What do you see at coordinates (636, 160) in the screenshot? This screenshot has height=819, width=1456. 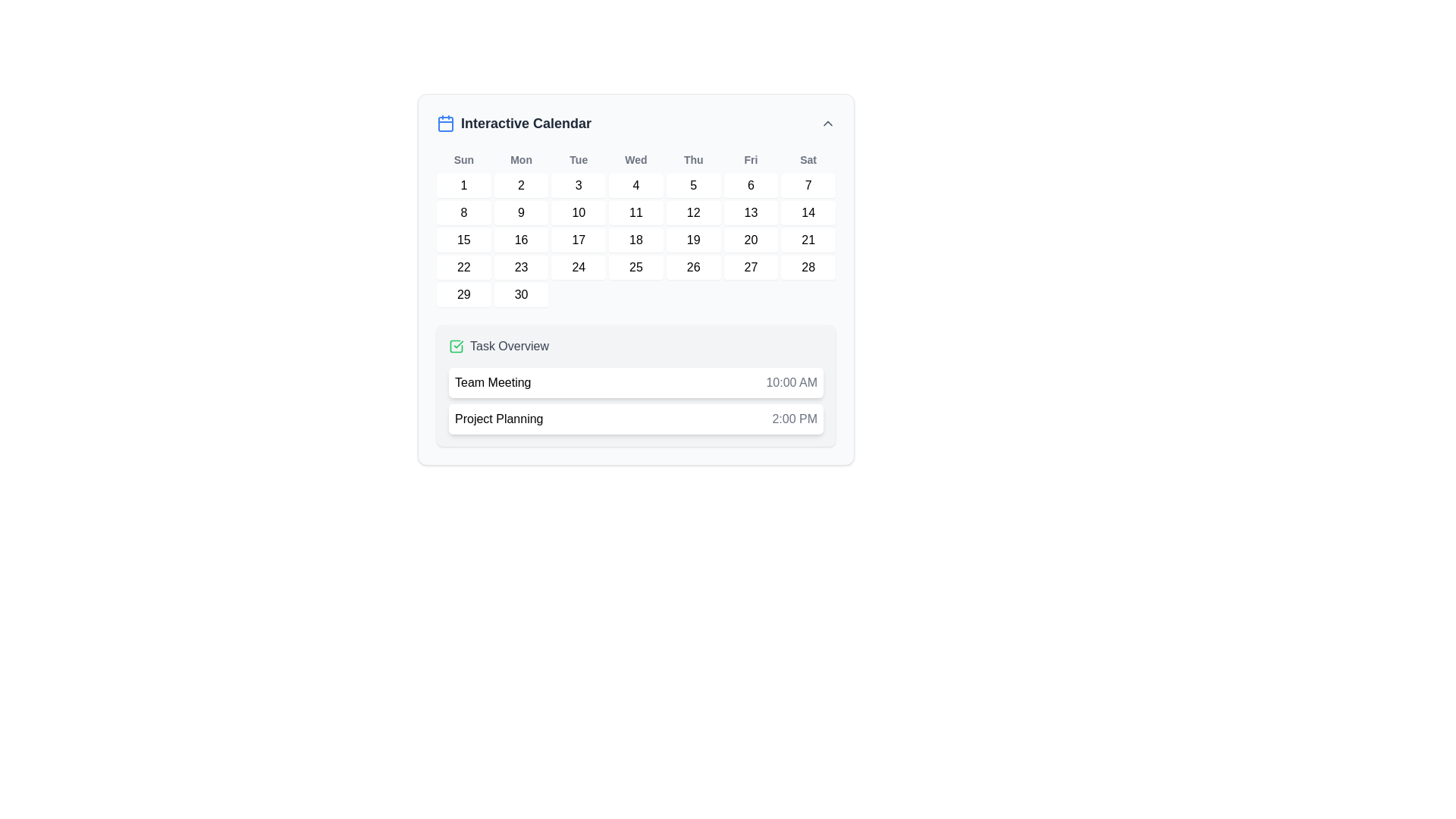 I see `the Text label row that serves as the header for the calendar grid, located below the title 'Interactive Calendar.' This row labels each column with the corresponding day of the week` at bounding box center [636, 160].